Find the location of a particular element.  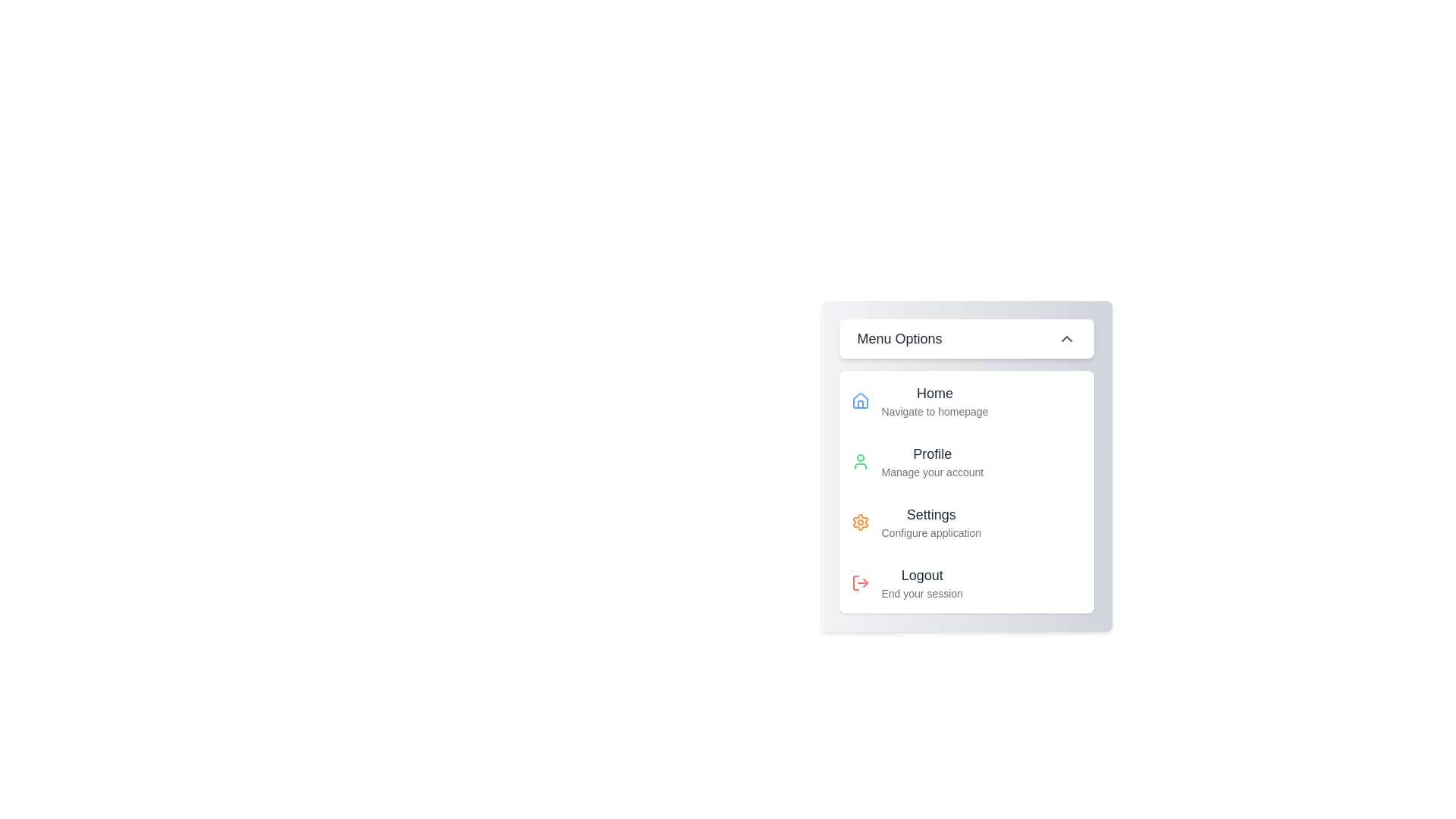

the homepage navigation icon, which is the first icon in the vertically-aligned menu is located at coordinates (860, 400).